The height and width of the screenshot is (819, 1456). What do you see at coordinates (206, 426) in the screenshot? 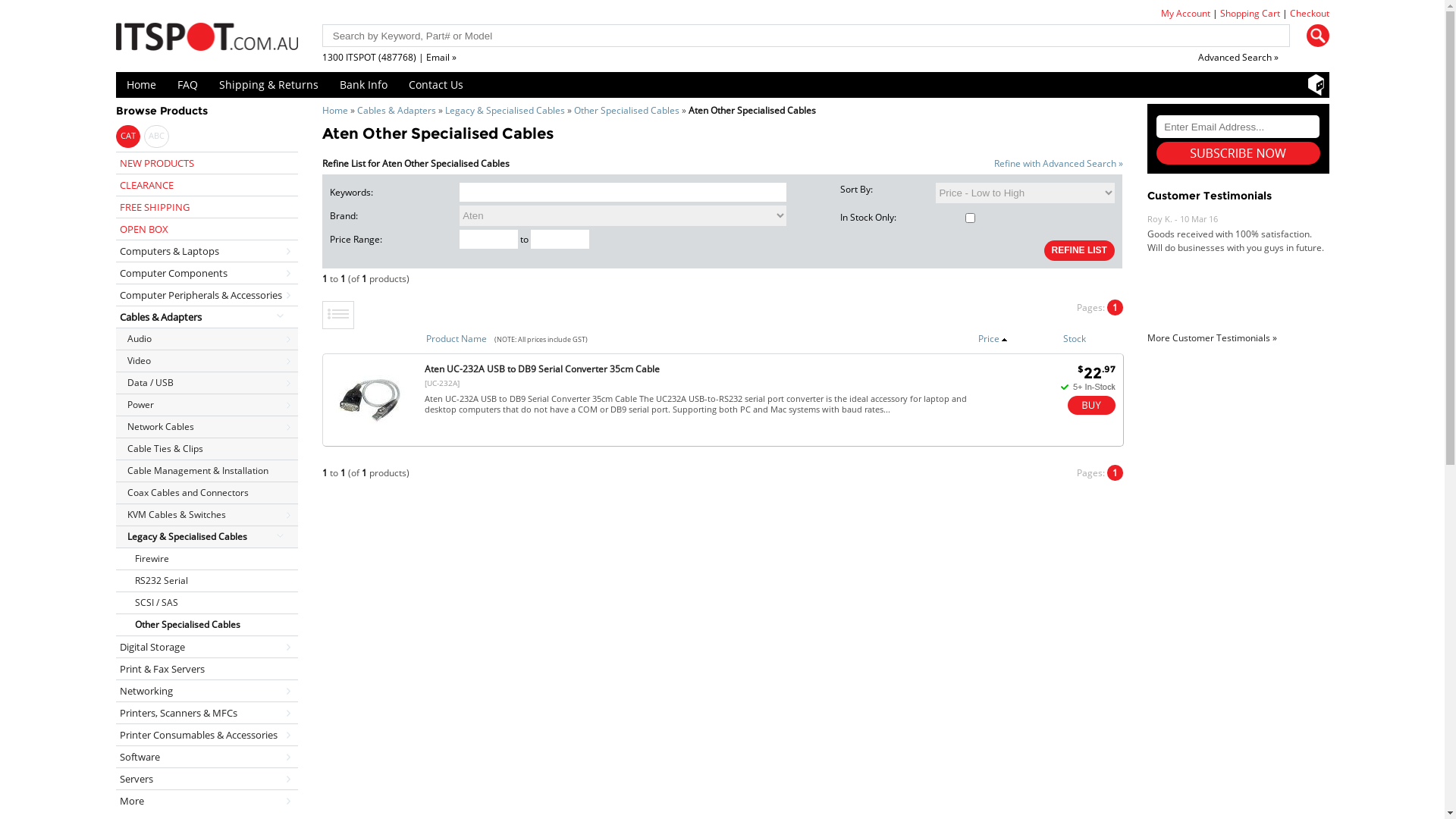
I see `'Network Cables'` at bounding box center [206, 426].